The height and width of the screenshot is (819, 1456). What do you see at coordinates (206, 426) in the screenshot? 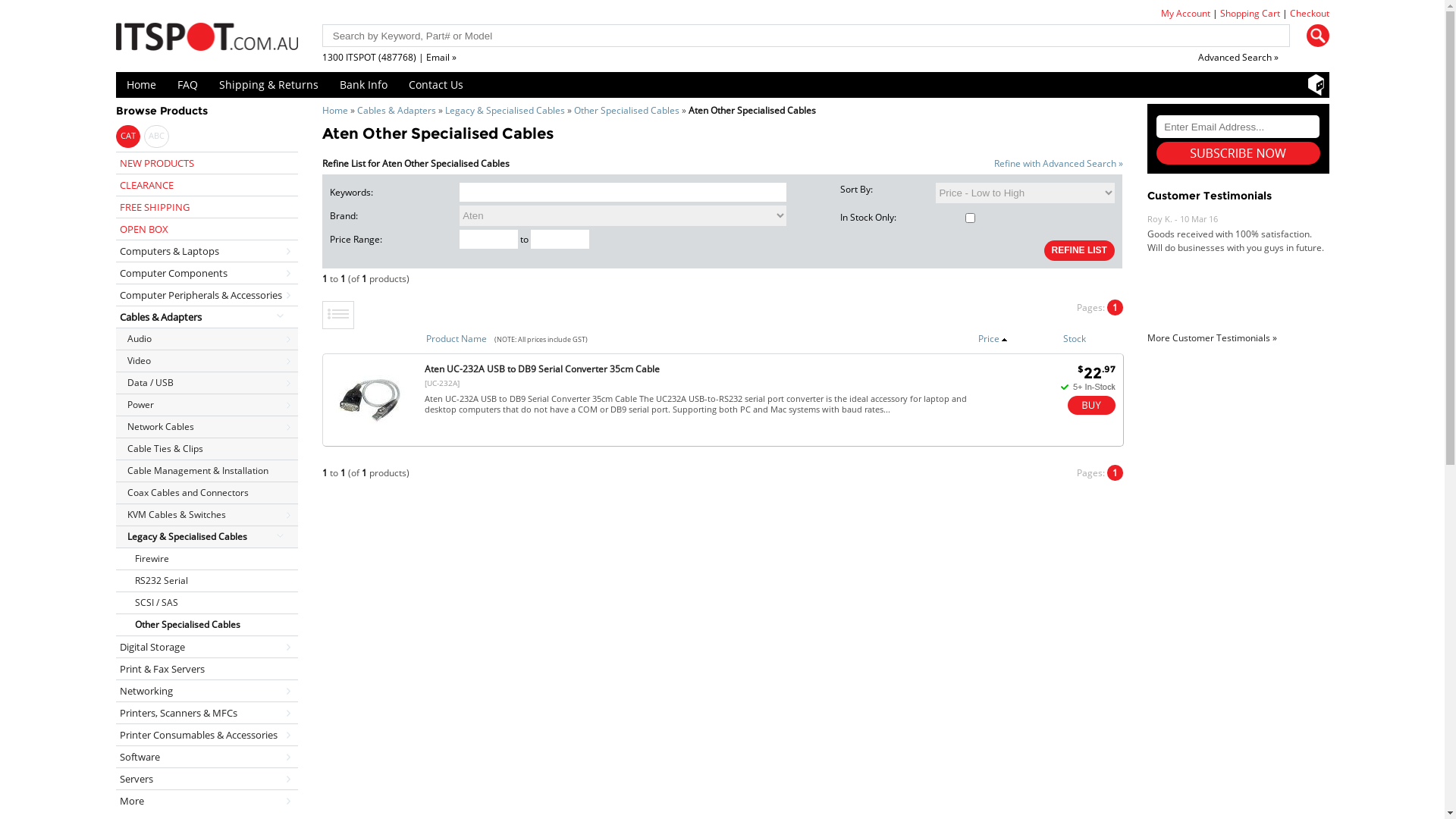
I see `'Network Cables'` at bounding box center [206, 426].